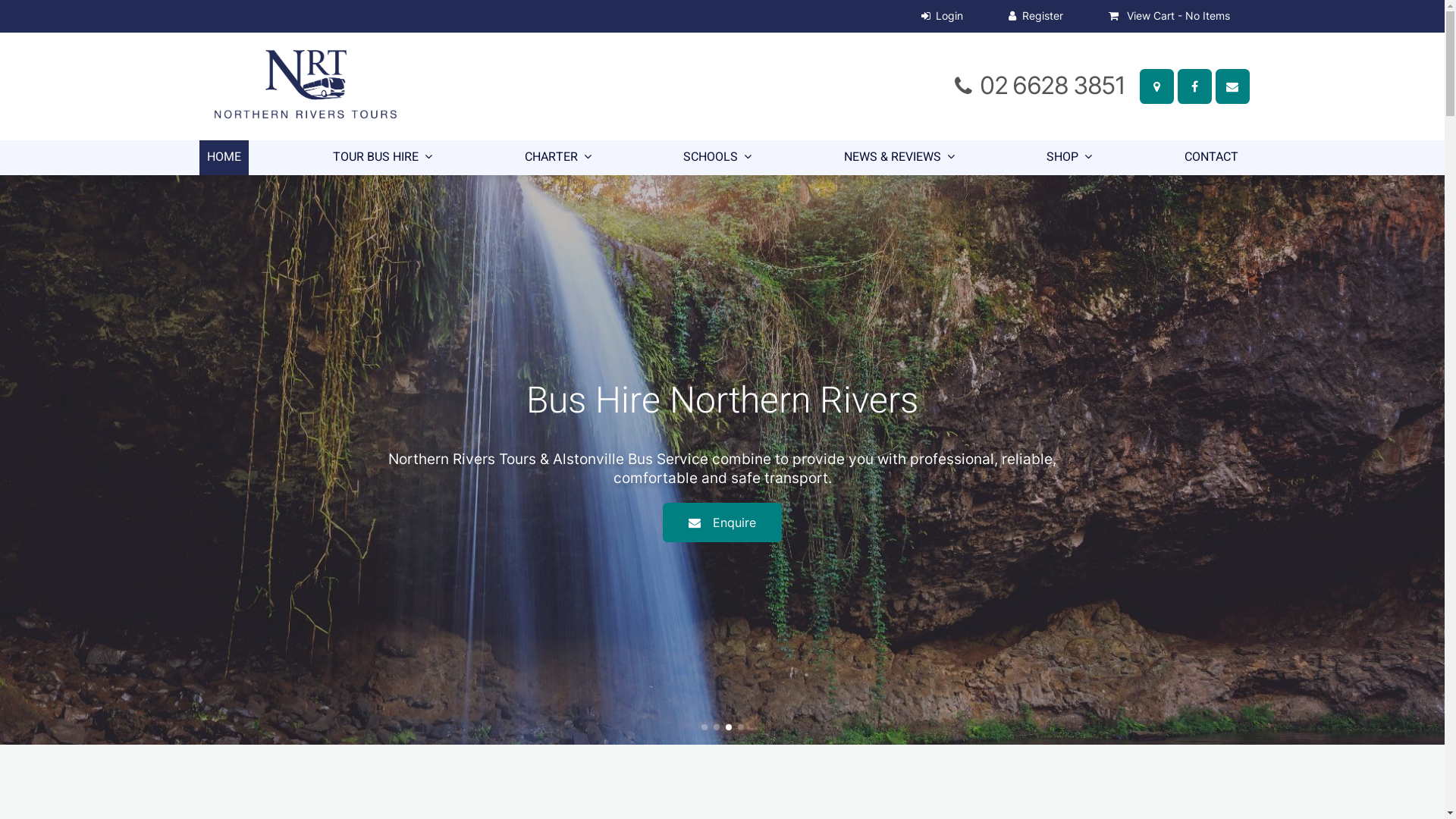  I want to click on 'View Cart - No Items', so click(1168, 16).